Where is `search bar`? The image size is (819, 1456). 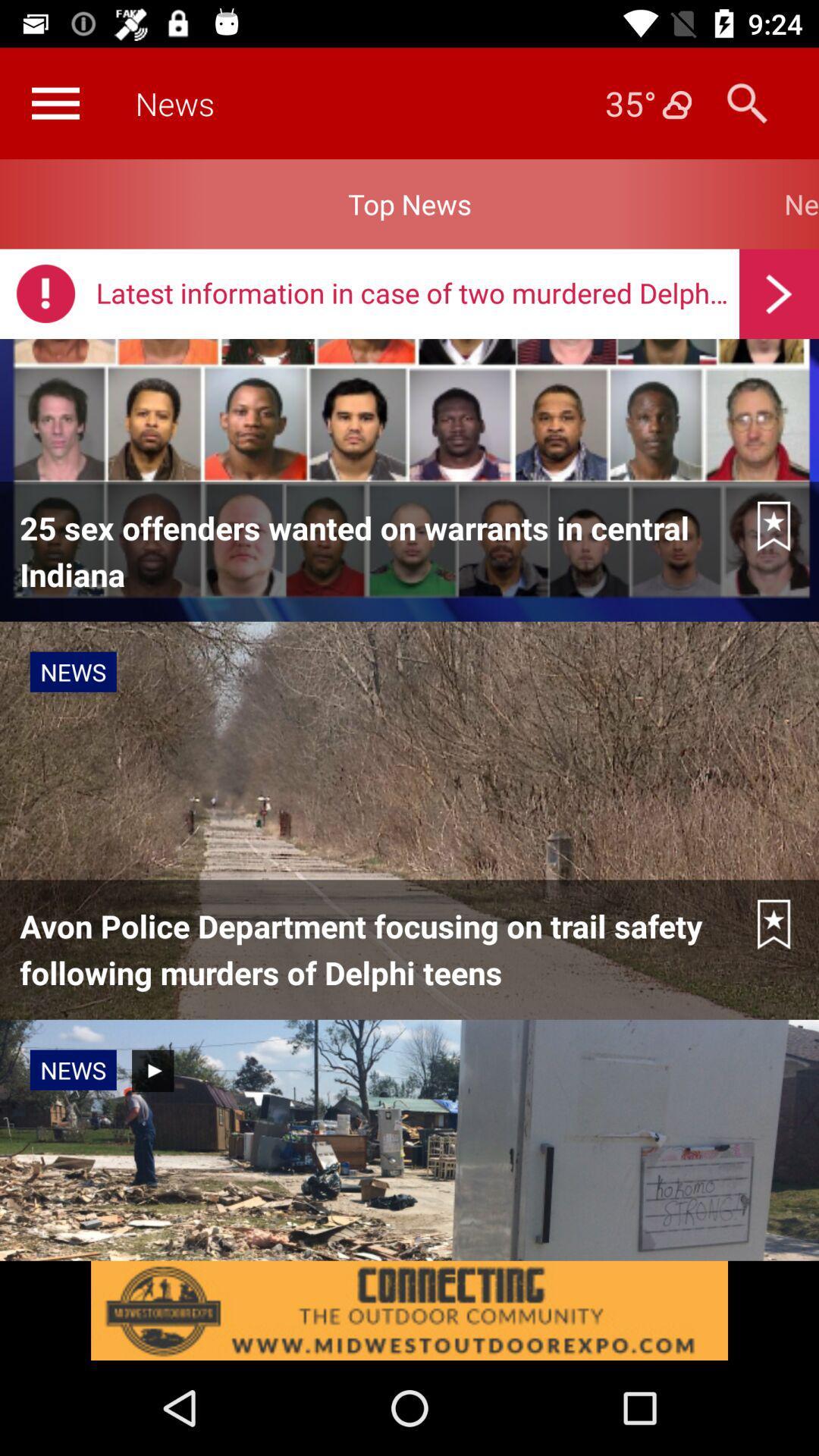 search bar is located at coordinates (746, 102).